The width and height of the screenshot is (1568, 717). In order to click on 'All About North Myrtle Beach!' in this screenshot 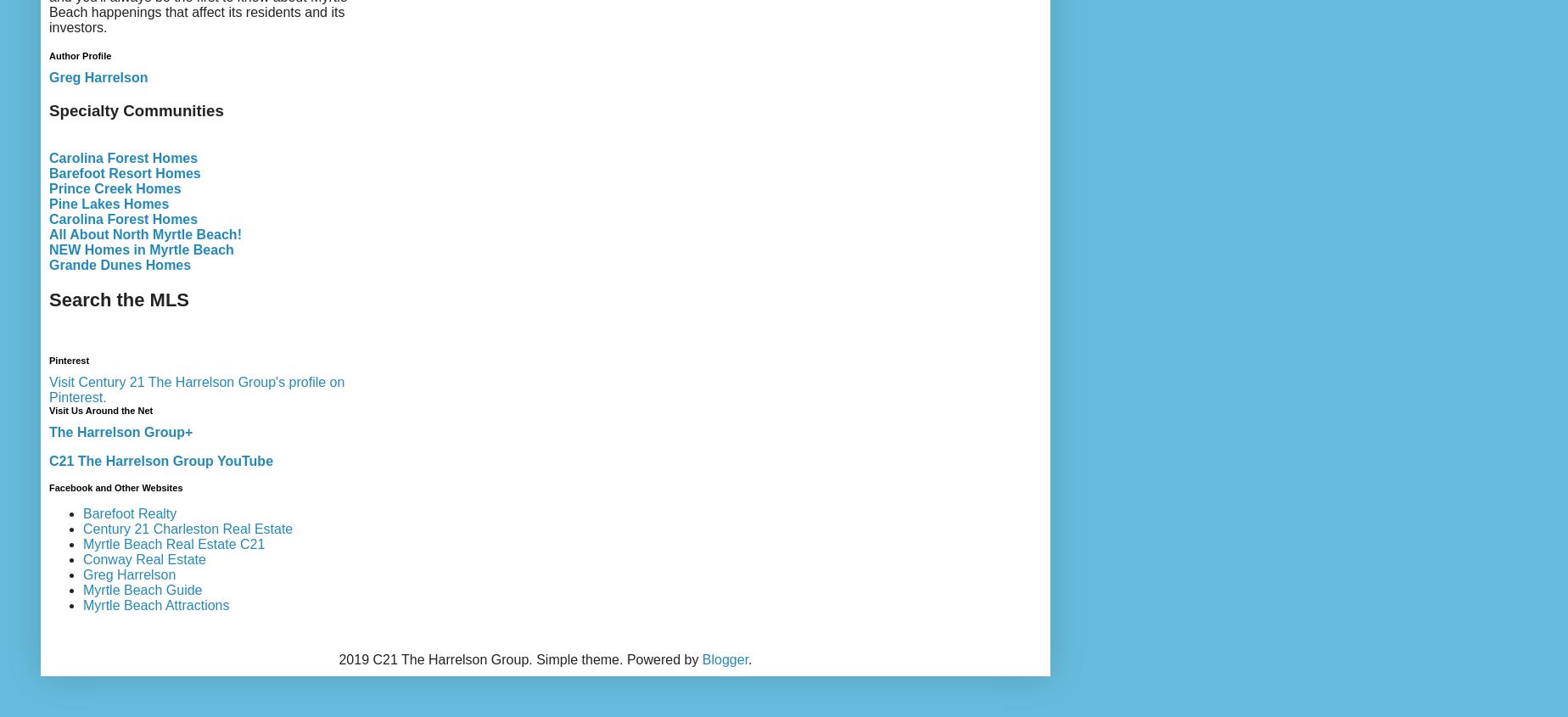, I will do `click(144, 234)`.